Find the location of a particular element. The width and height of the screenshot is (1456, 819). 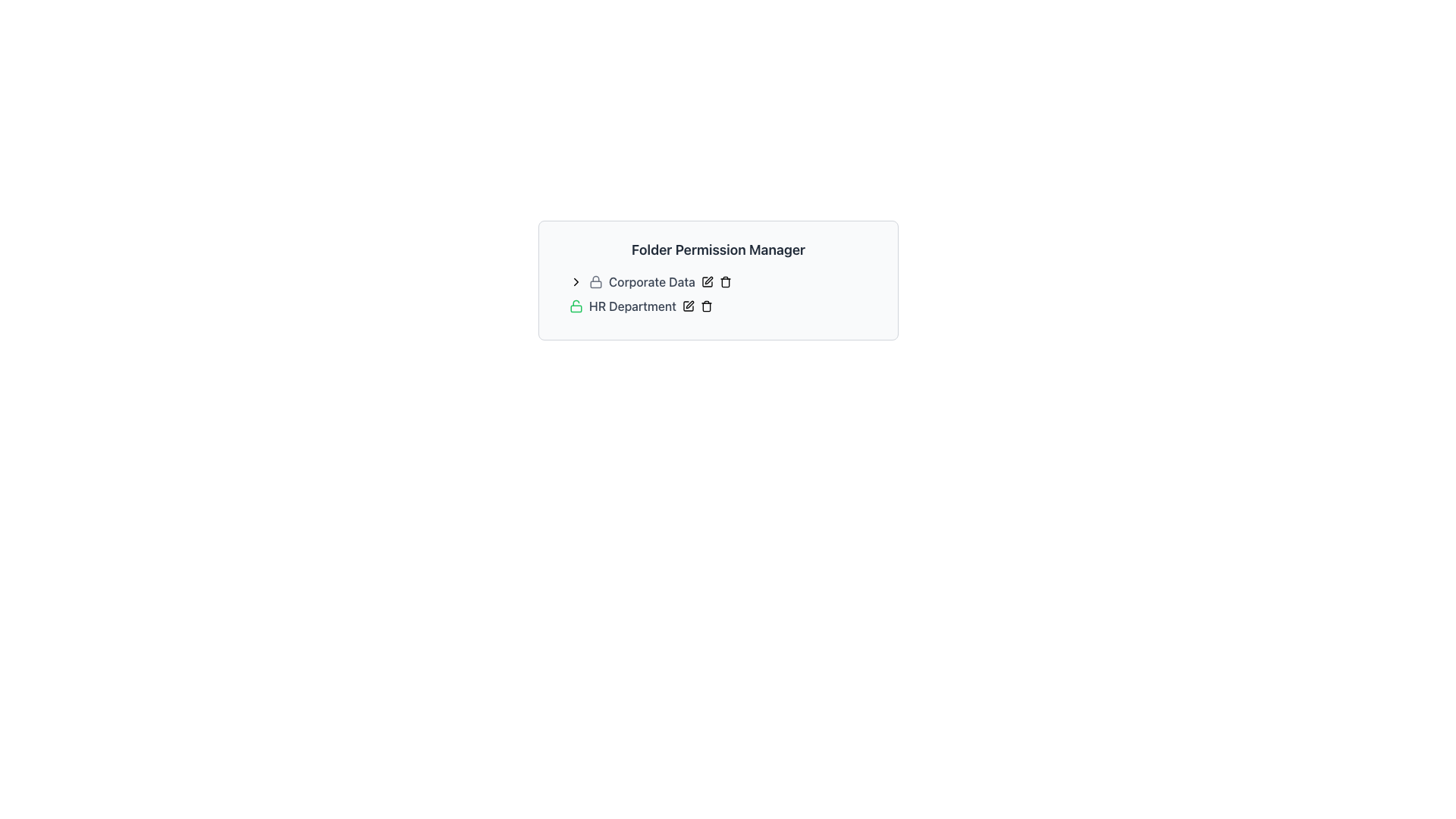

the delete icon for the 'Corporate Data' entry, which is the rightmost element in its row is located at coordinates (724, 283).